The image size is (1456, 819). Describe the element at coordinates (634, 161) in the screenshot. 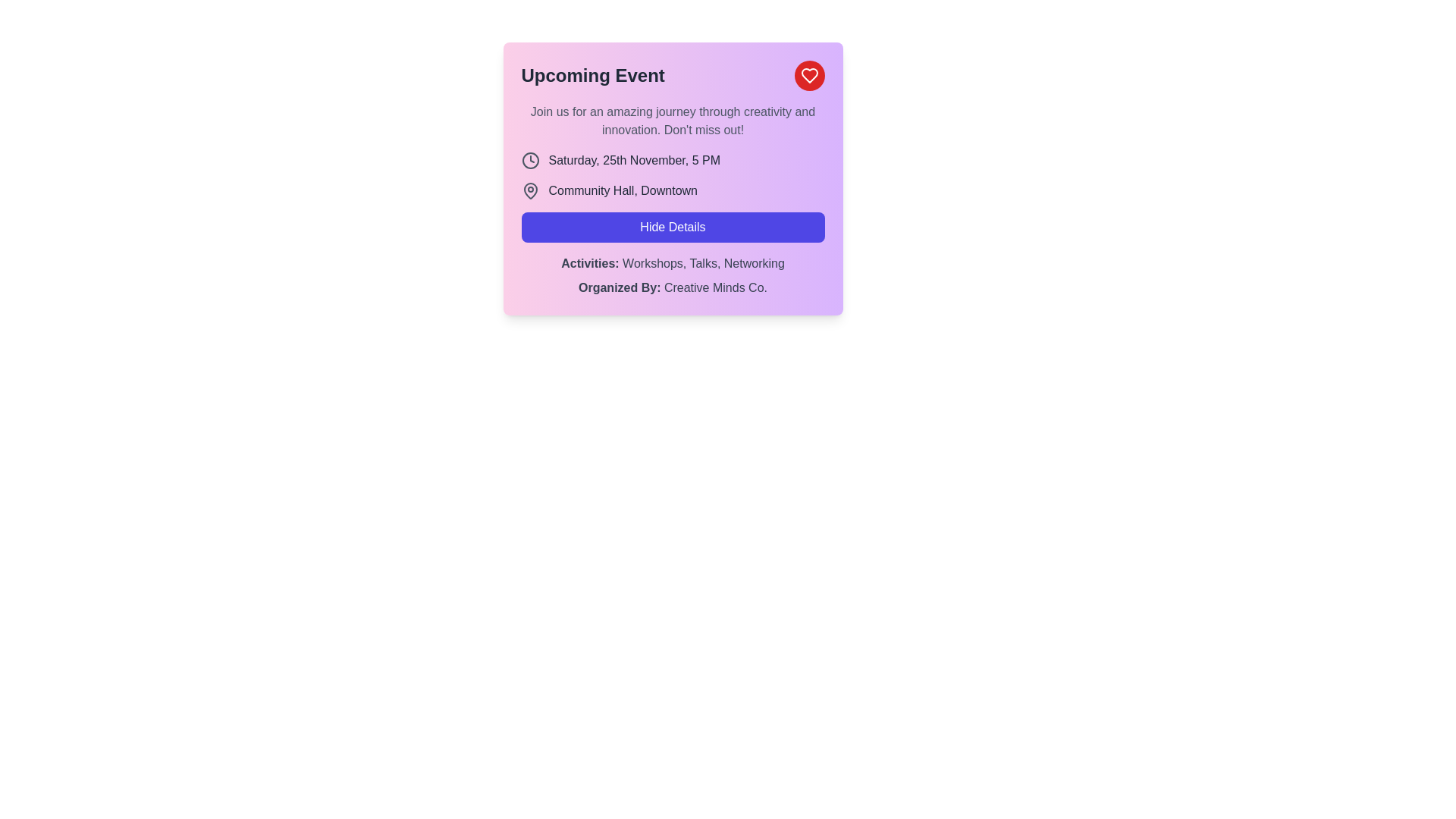

I see `the static text displaying 'Saturday, 25th November, 5 PM', which is located under the clock icon within the event details card` at that location.